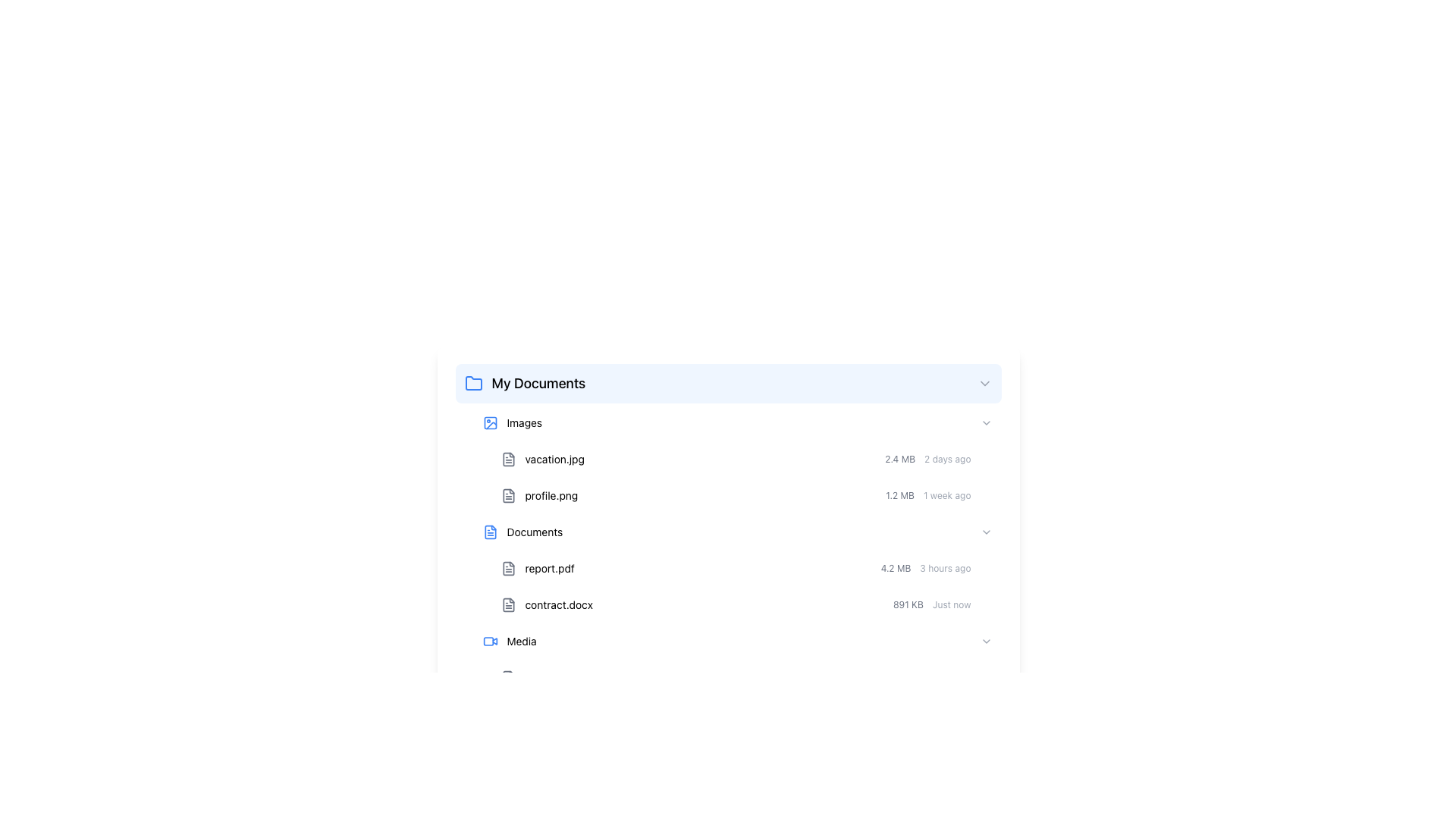 The image size is (1456, 819). Describe the element at coordinates (554, 458) in the screenshot. I see `the text label displaying the filename 'vacation.jpg' located` at that location.